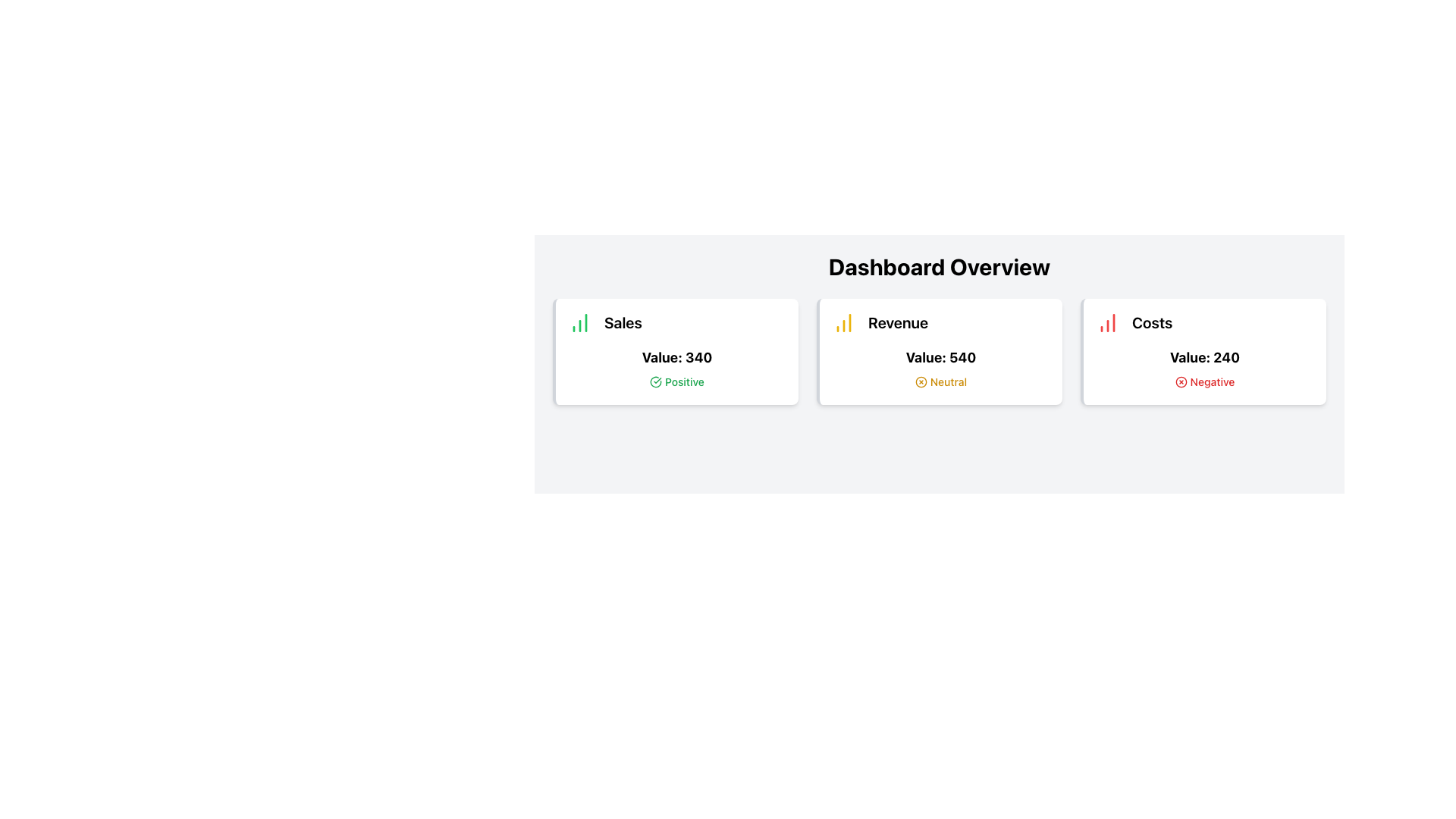 The width and height of the screenshot is (1456, 819). Describe the element at coordinates (898, 322) in the screenshot. I see `the 'Revenue' text label` at that location.